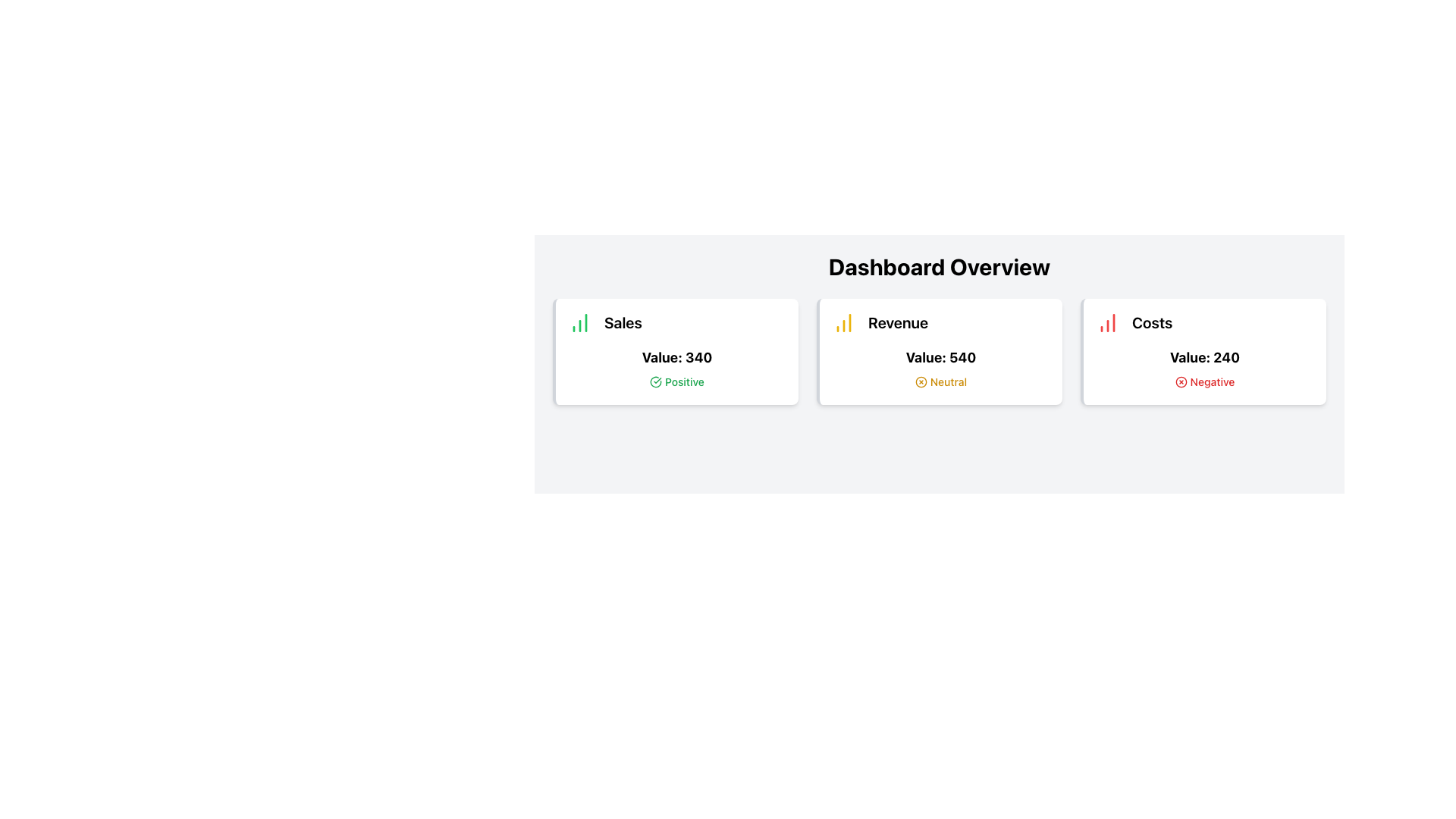 The width and height of the screenshot is (1456, 819). Describe the element at coordinates (898, 322) in the screenshot. I see `the 'Revenue' text label` at that location.